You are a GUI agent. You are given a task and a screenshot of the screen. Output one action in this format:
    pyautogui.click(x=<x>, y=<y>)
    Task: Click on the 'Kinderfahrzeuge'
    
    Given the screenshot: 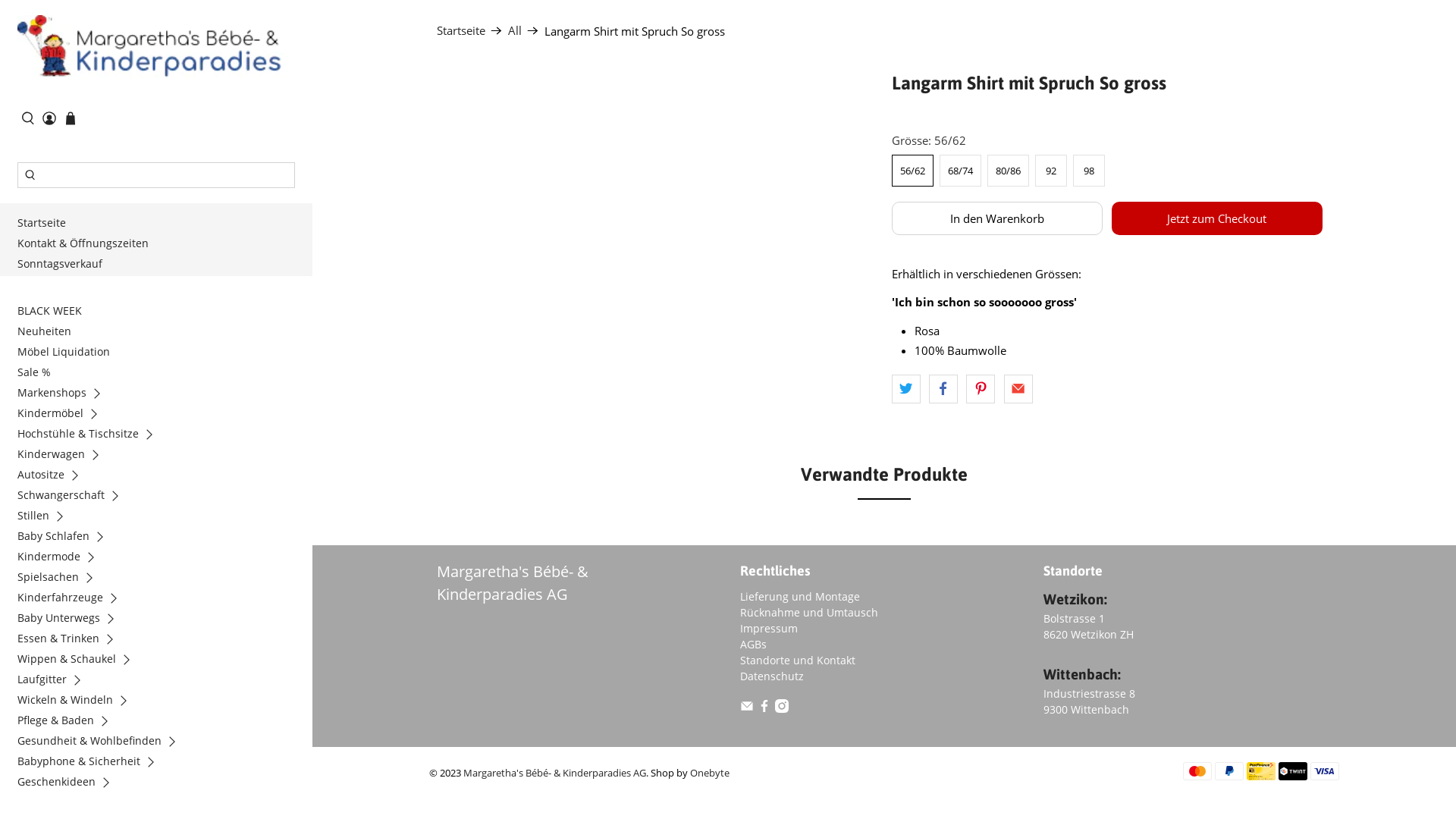 What is the action you would take?
    pyautogui.click(x=72, y=598)
    